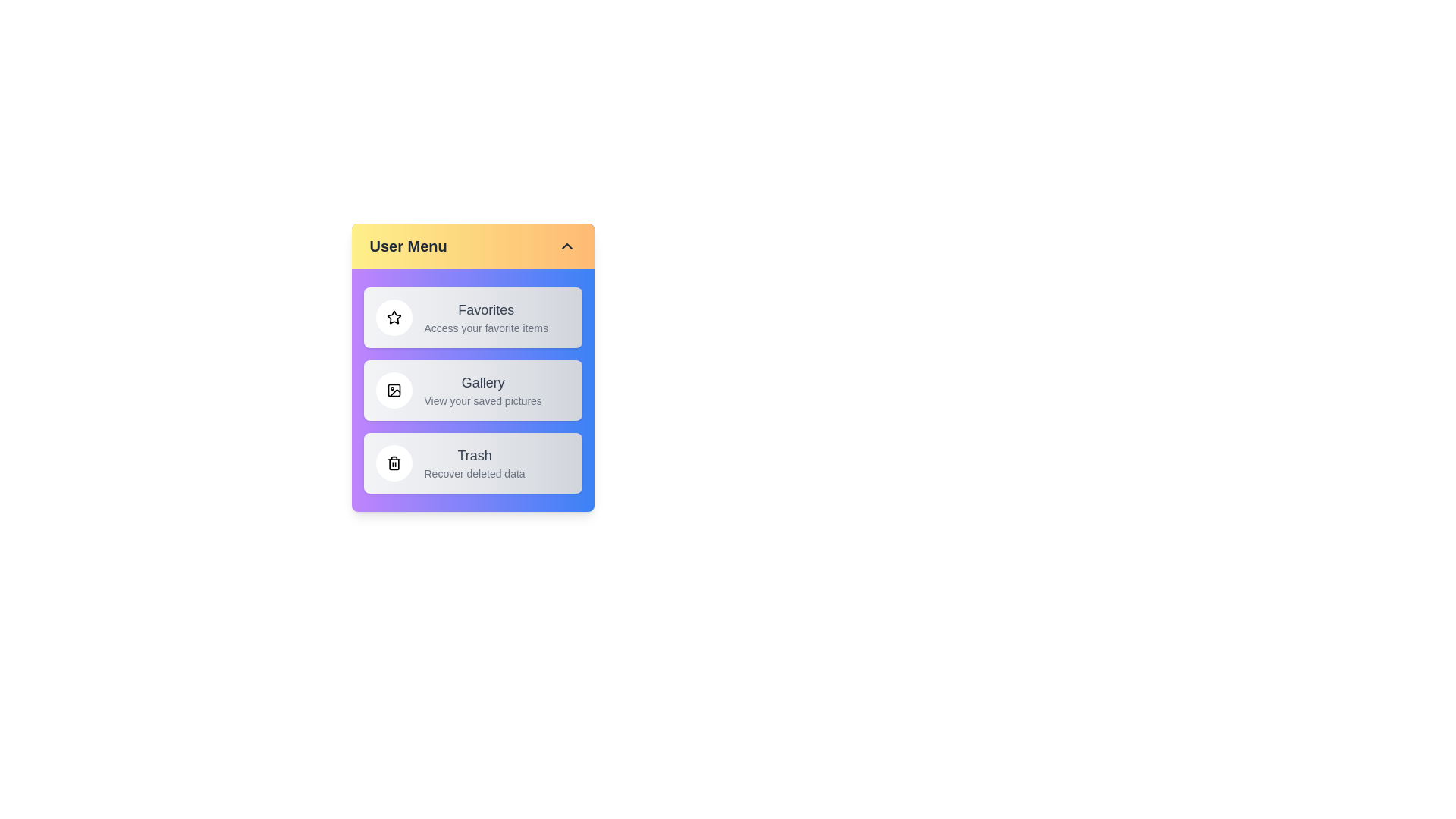 This screenshot has width=1456, height=819. What do you see at coordinates (394, 462) in the screenshot?
I see `the icon of the menu item Trash` at bounding box center [394, 462].